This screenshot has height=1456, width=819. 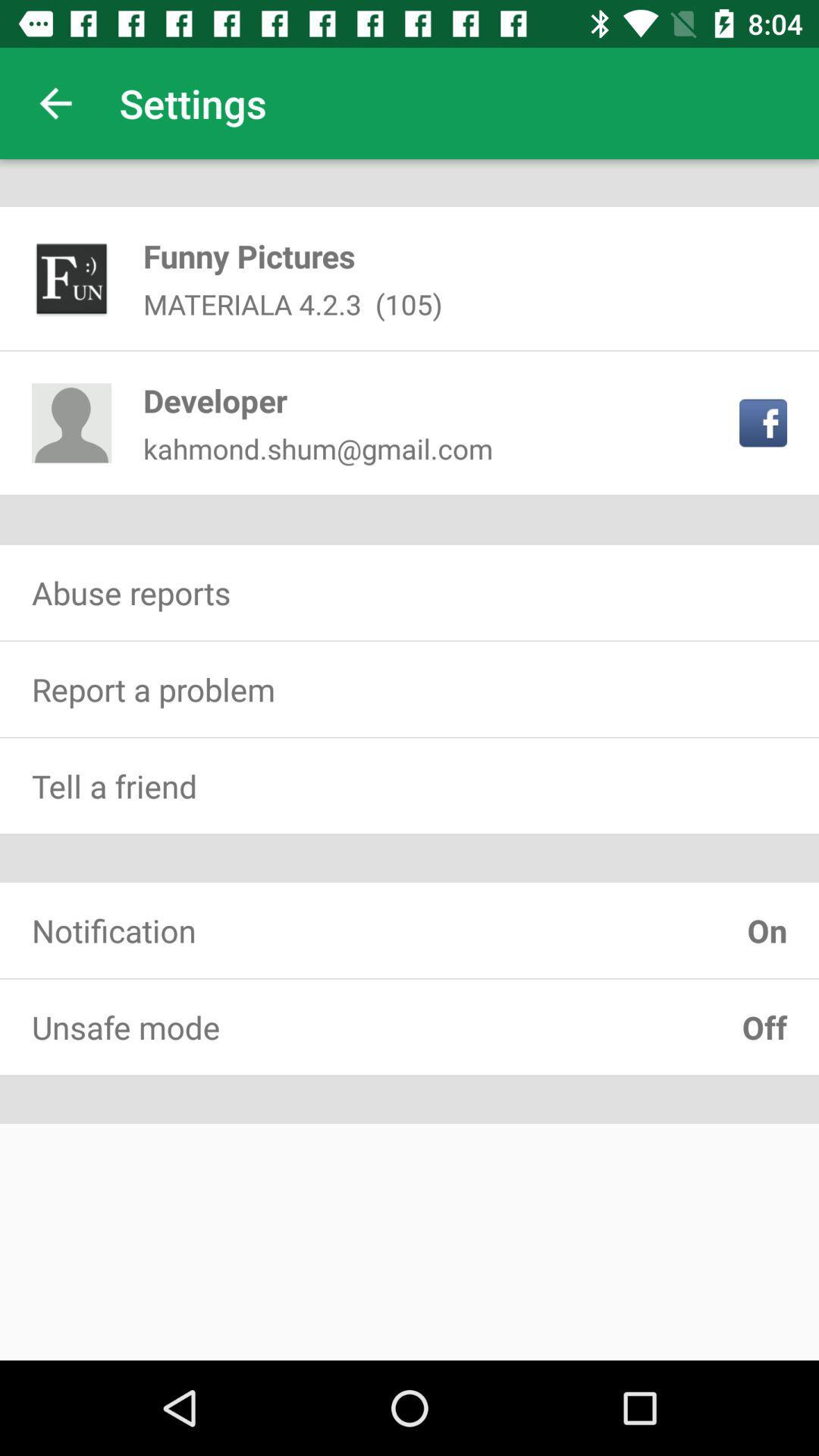 I want to click on app to the left of the settings icon, so click(x=55, y=102).